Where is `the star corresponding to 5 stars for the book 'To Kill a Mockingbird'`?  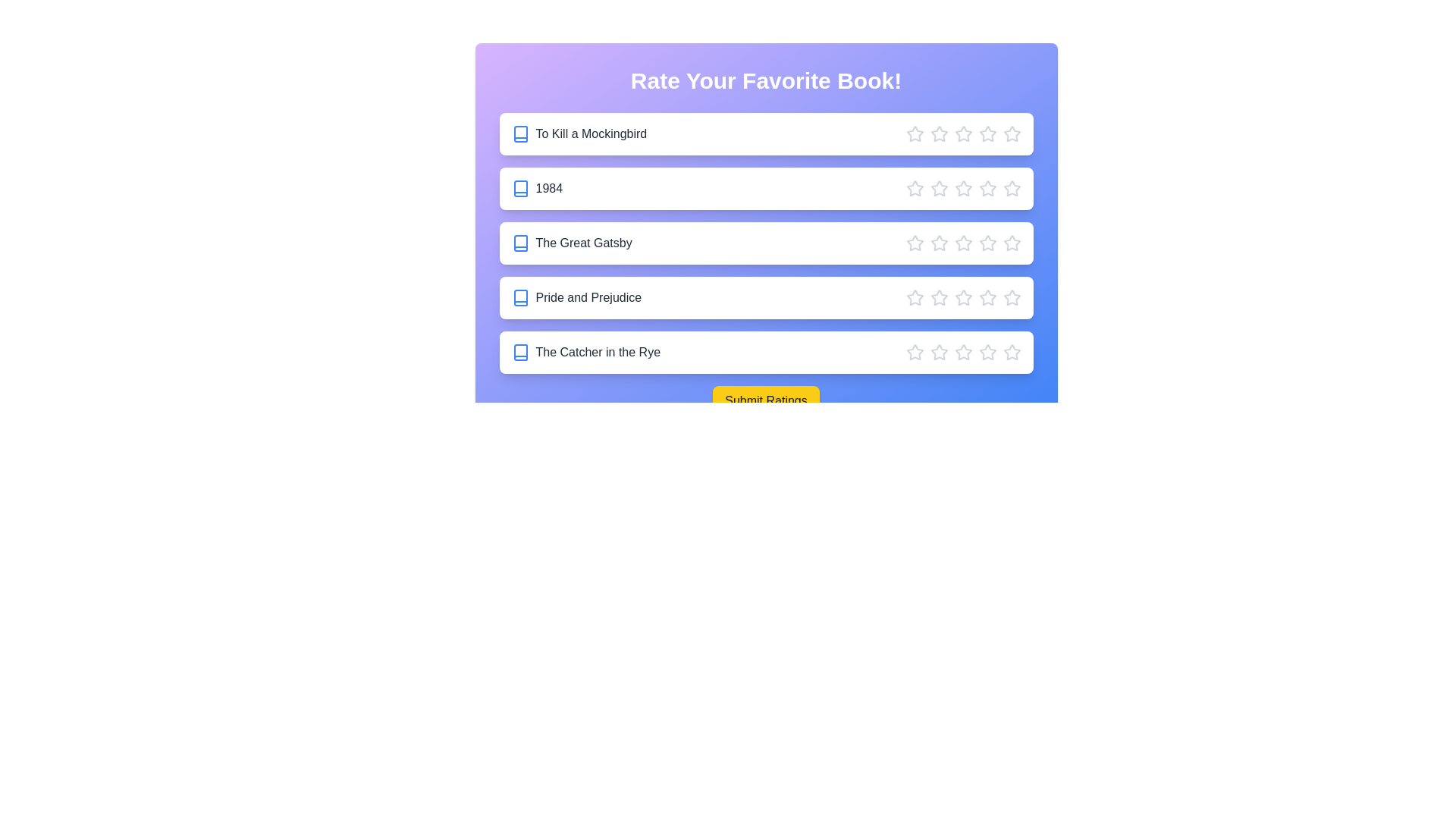
the star corresponding to 5 stars for the book 'To Kill a Mockingbird' is located at coordinates (1012, 133).